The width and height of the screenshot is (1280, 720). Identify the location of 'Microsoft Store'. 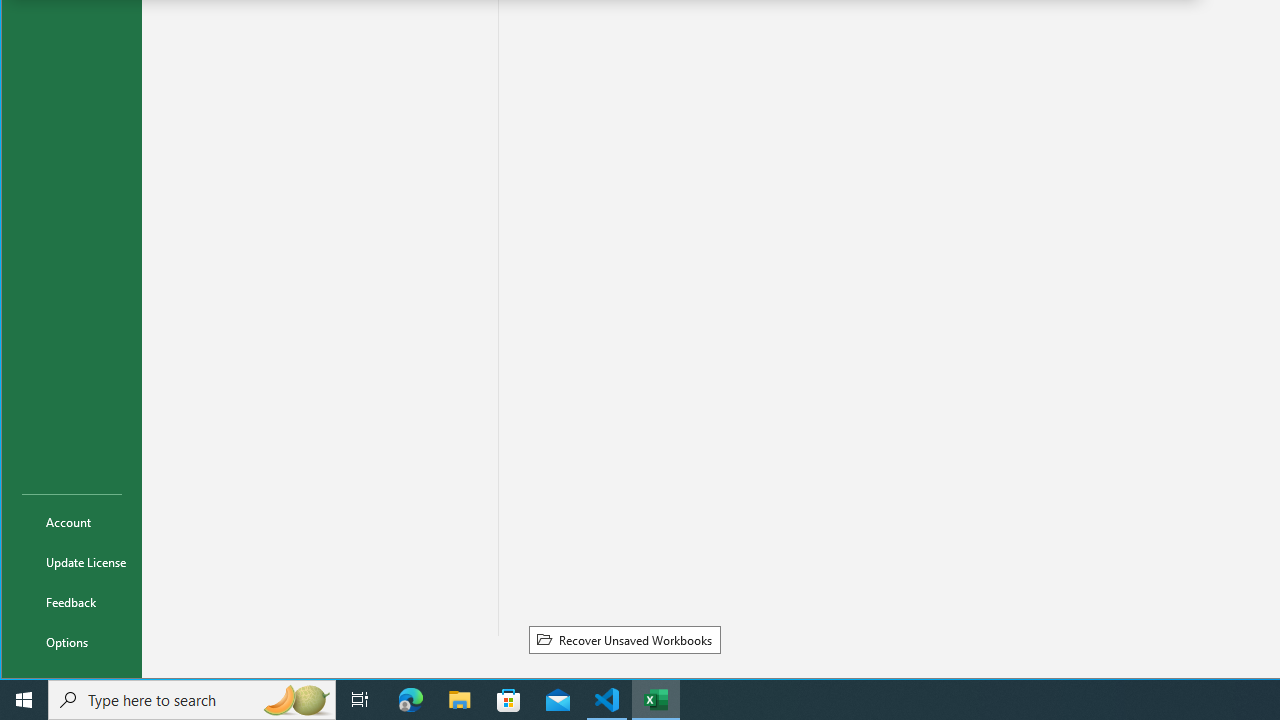
(509, 698).